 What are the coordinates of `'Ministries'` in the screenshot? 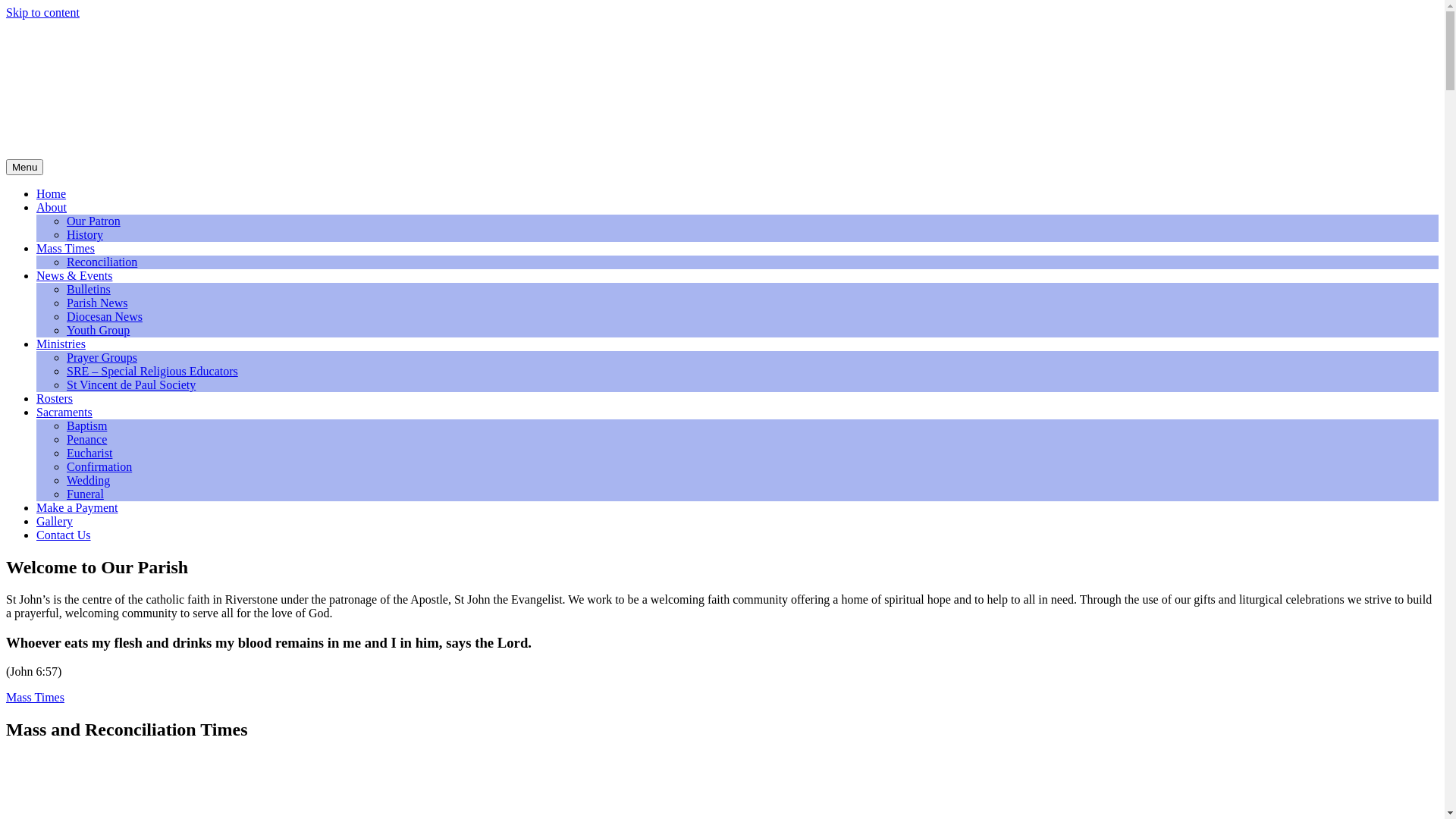 It's located at (61, 344).